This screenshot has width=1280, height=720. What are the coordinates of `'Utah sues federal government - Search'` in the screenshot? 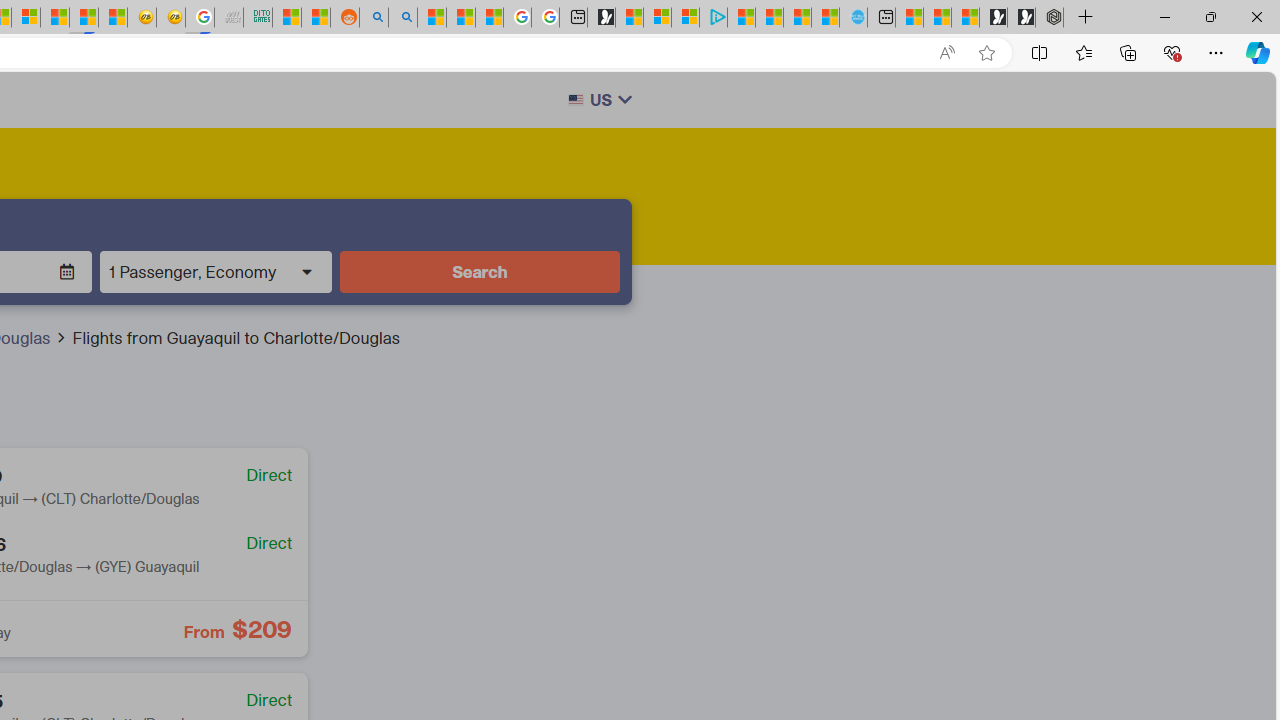 It's located at (402, 17).